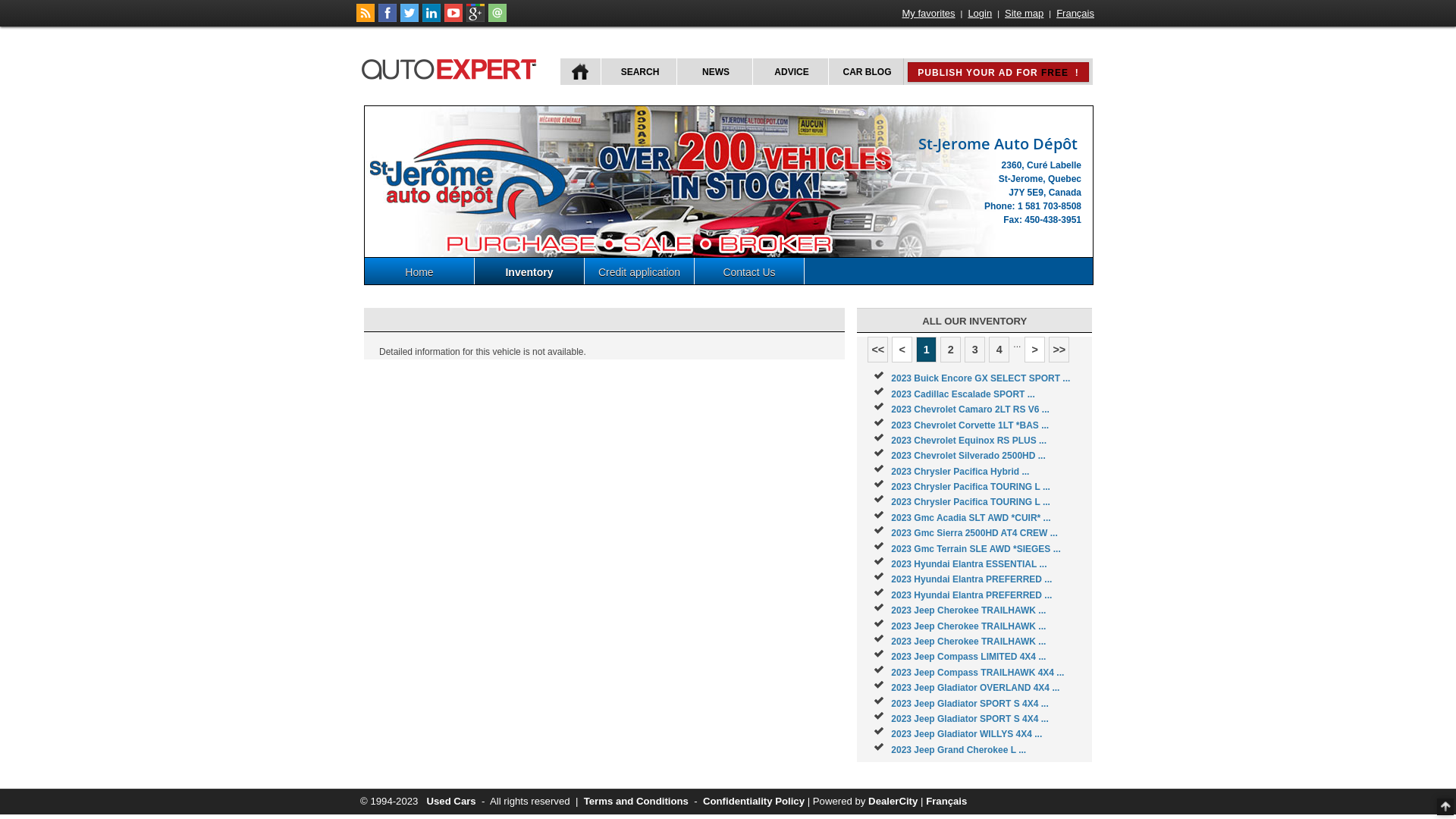 Image resolution: width=1456 pixels, height=819 pixels. I want to click on '<', so click(902, 350).